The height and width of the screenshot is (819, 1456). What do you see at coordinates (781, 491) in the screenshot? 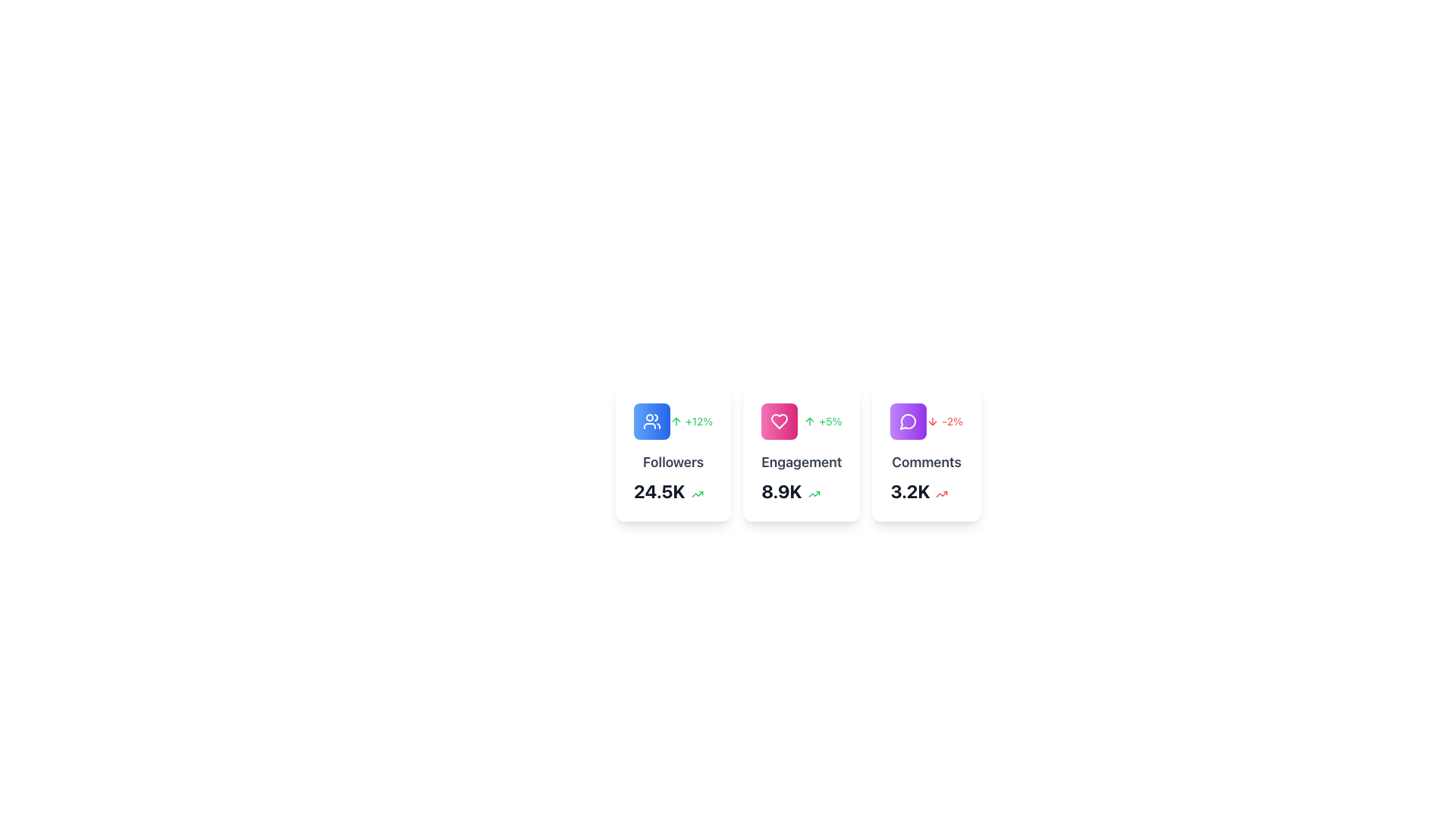
I see `the engagement metrics text label that displays numerical values for user interactions, located below the 'Engagement' label with a pink icon above it` at bounding box center [781, 491].